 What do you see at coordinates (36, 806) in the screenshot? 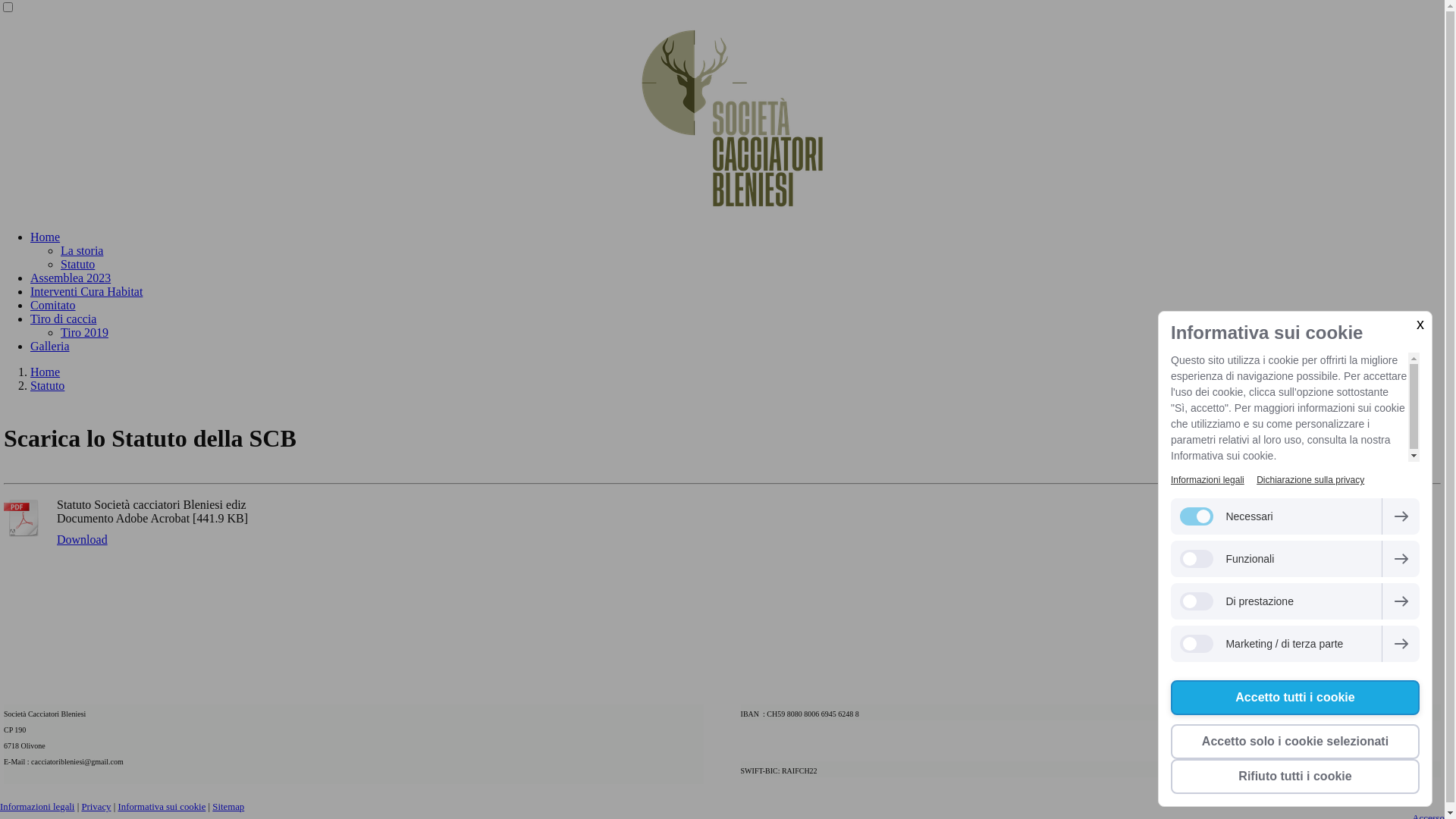
I see `'Informazioni legali'` at bounding box center [36, 806].